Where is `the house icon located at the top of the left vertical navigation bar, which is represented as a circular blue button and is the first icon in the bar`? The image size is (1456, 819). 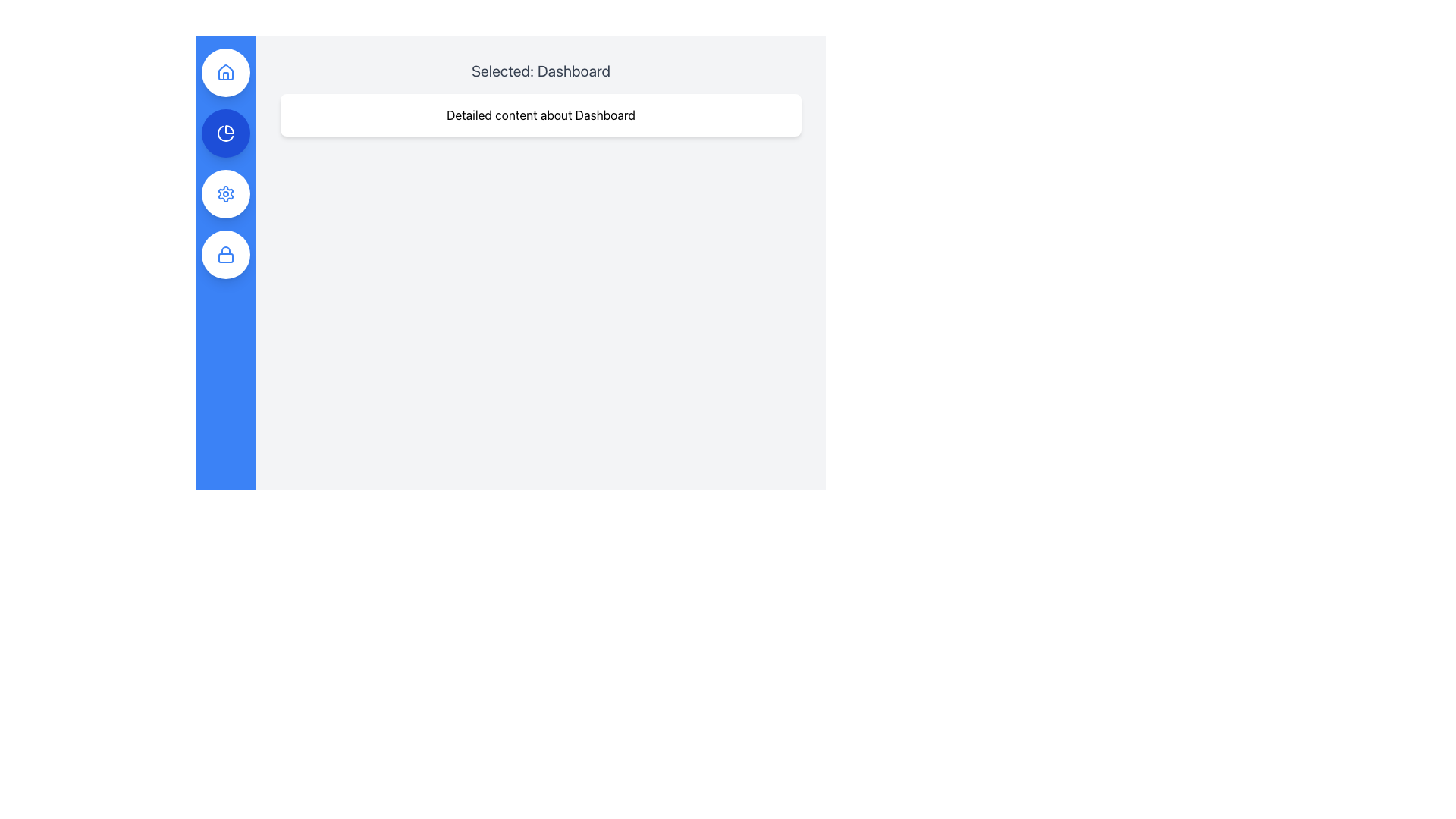 the house icon located at the top of the left vertical navigation bar, which is represented as a circular blue button and is the first icon in the bar is located at coordinates (224, 76).